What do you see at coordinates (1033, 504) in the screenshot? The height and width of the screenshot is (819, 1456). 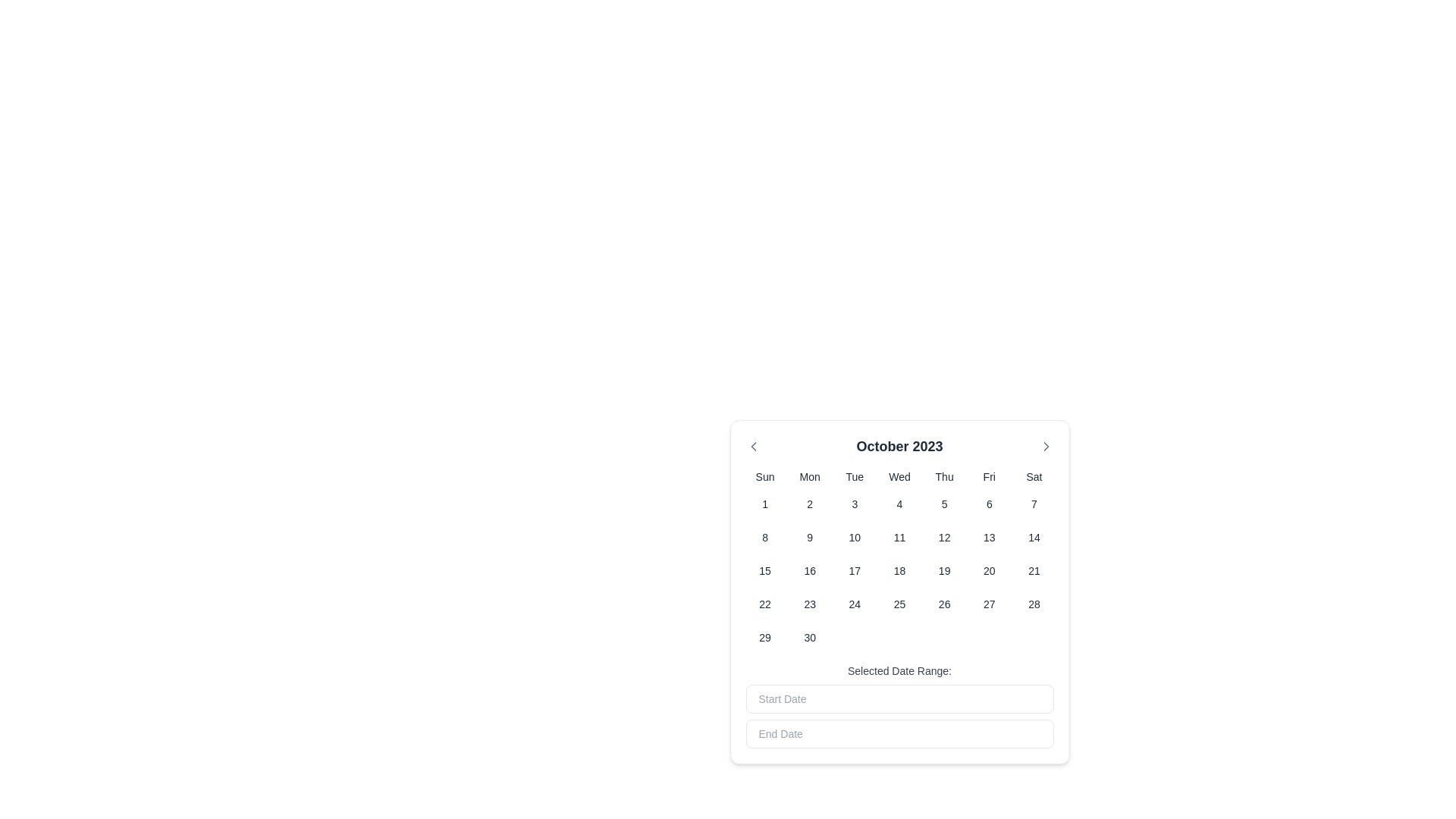 I see `the button displaying the number '7' in a calendar grid layout` at bounding box center [1033, 504].